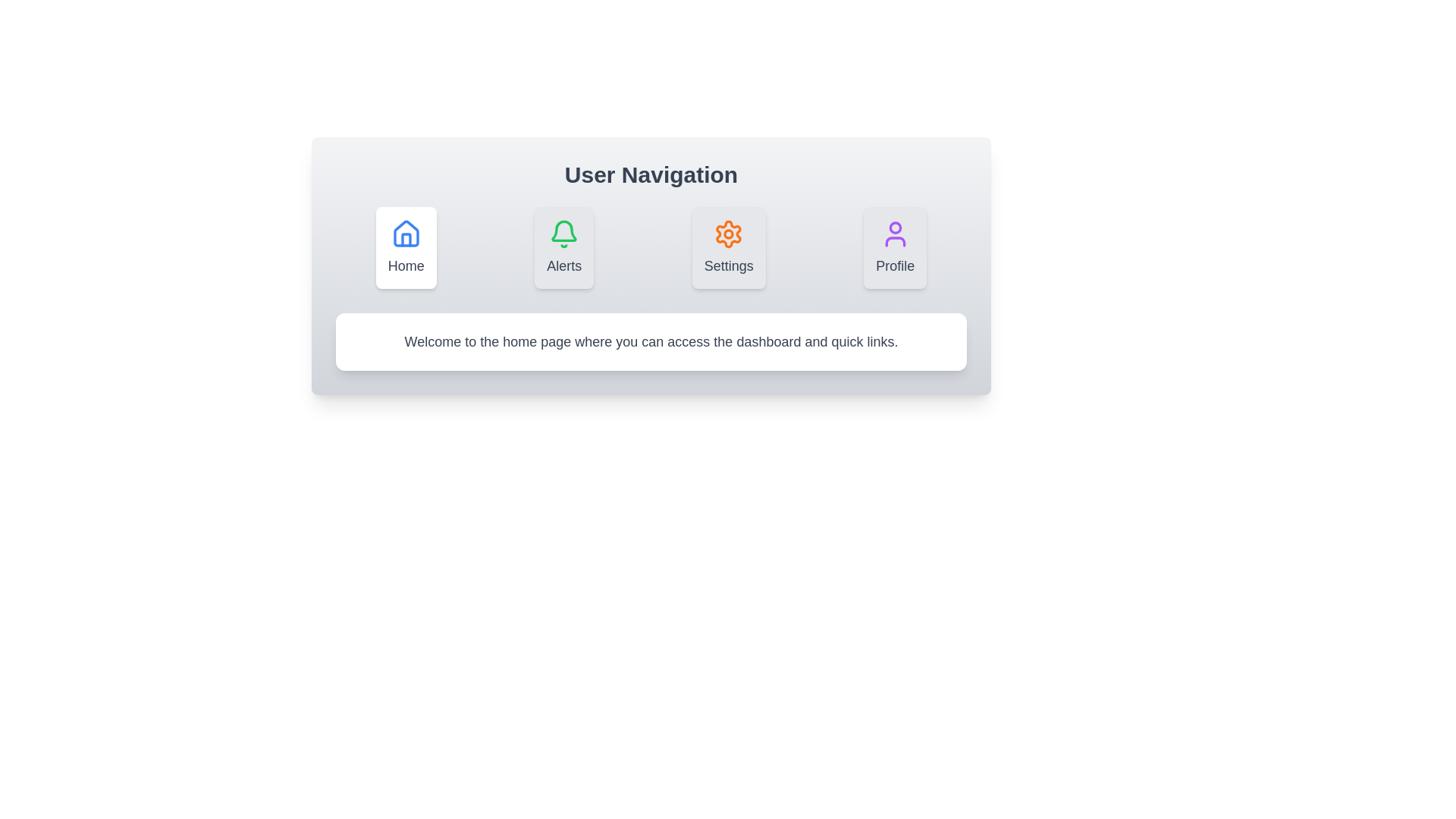 This screenshot has height=819, width=1456. Describe the element at coordinates (895, 247) in the screenshot. I see `the tab icon labeled Profile to observe the visual feedback` at that location.